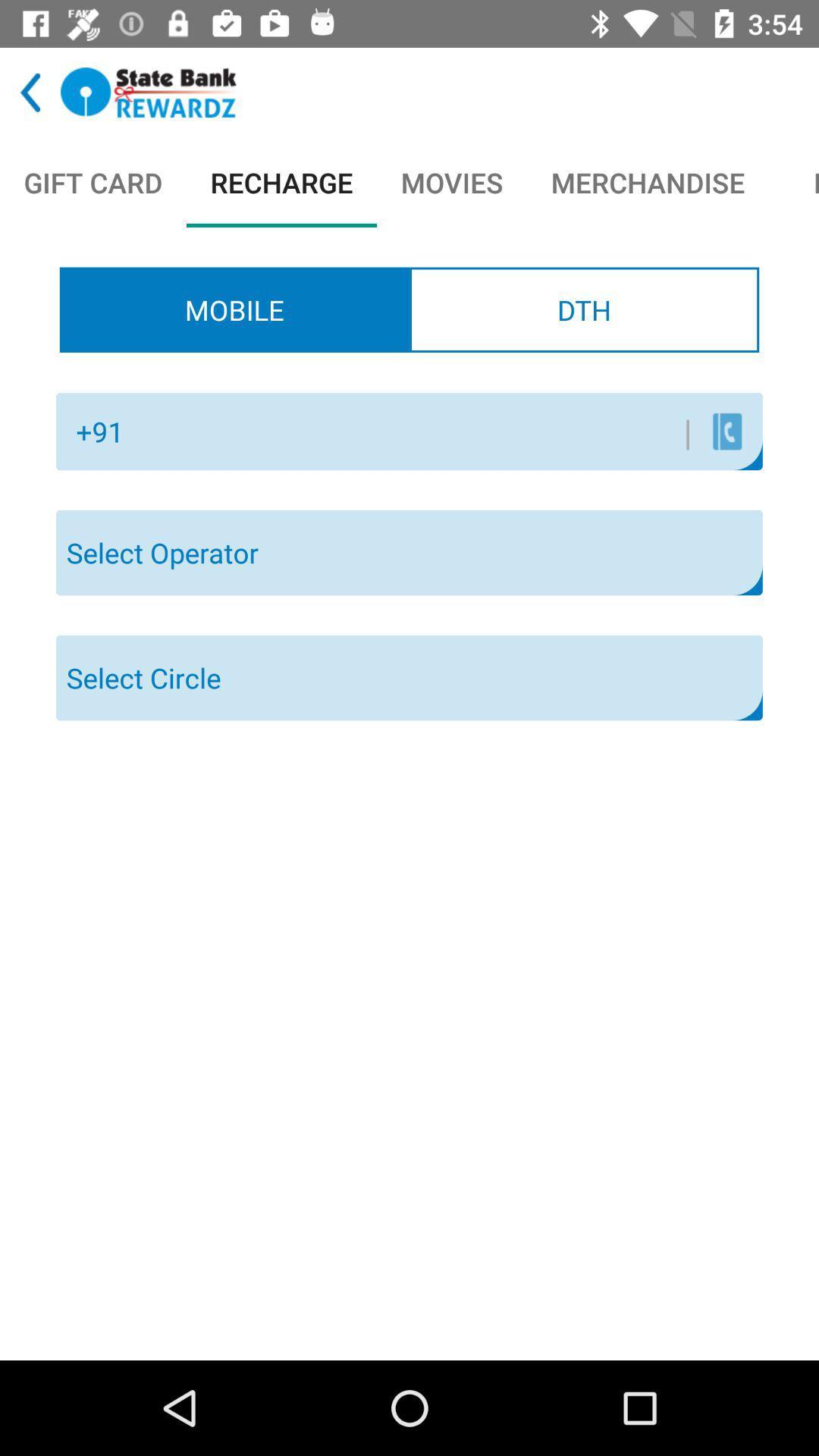 Image resolution: width=819 pixels, height=1456 pixels. What do you see at coordinates (234, 309) in the screenshot?
I see `the mobile radio button` at bounding box center [234, 309].